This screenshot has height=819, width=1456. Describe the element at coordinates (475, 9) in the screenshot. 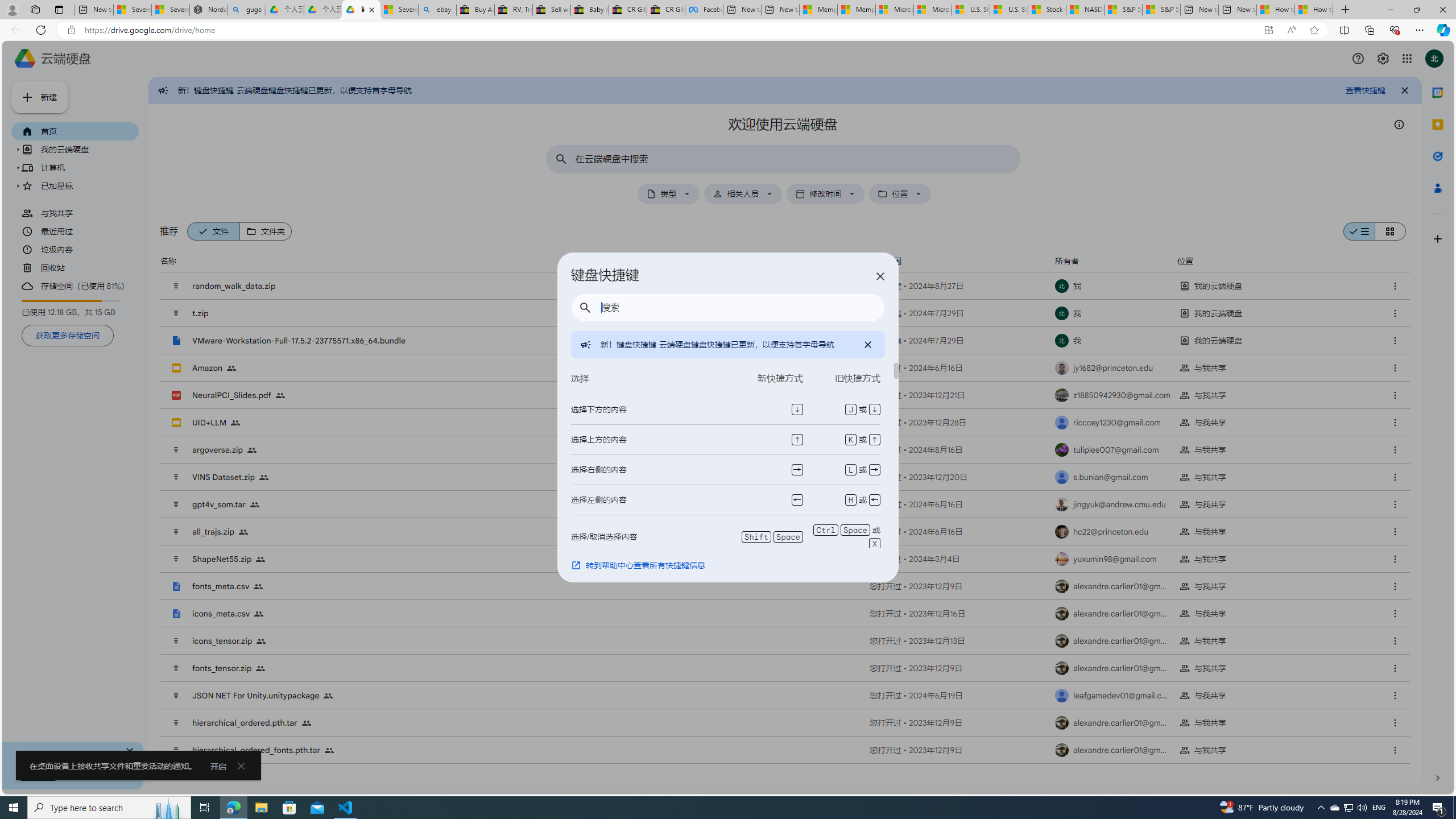

I see `'Buy Auto Parts & Accessories | eBay'` at that location.